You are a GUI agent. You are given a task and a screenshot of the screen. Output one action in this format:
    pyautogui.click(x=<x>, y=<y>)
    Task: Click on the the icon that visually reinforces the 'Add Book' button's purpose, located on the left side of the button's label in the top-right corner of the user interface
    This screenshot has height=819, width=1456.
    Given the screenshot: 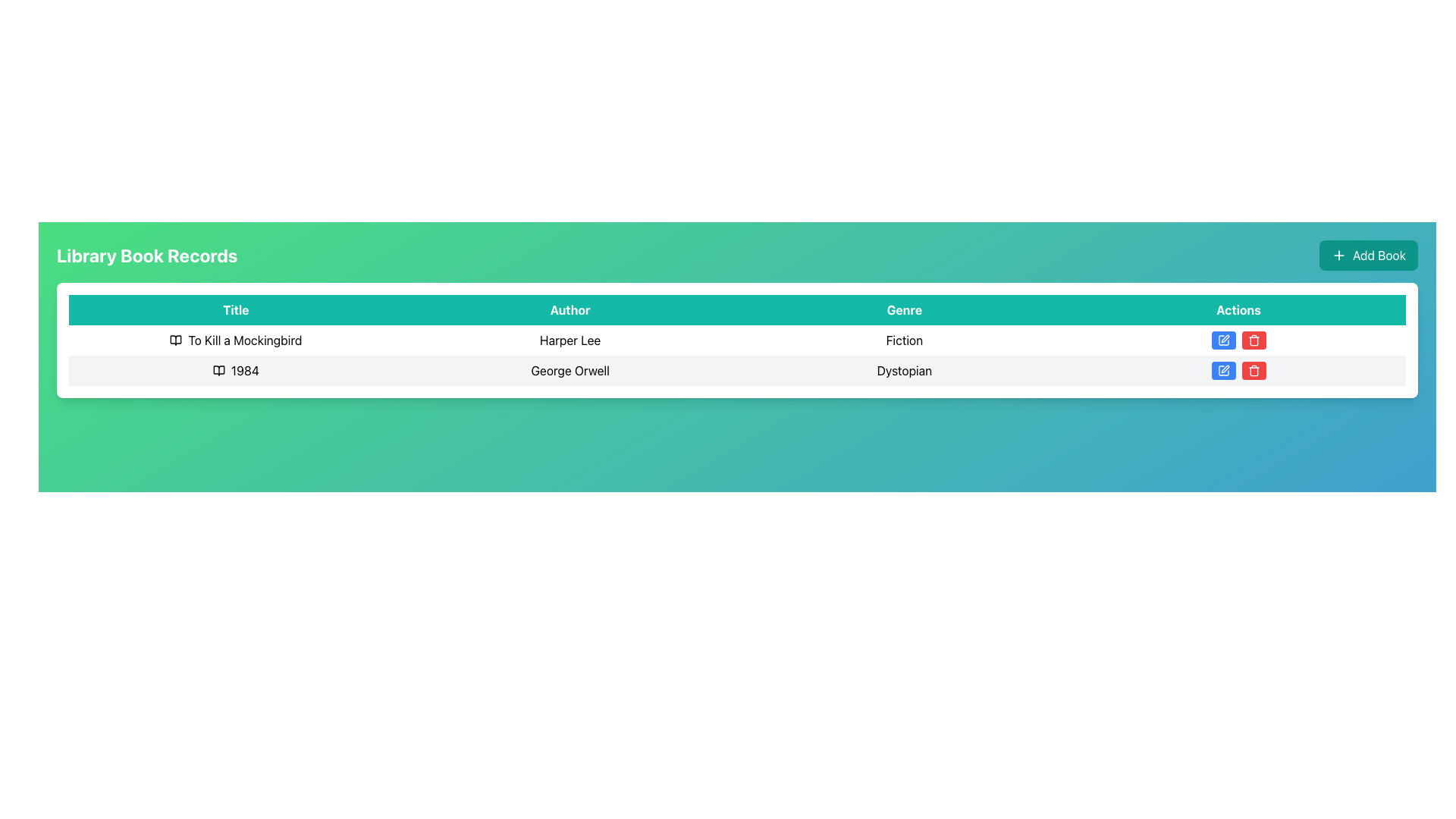 What is the action you would take?
    pyautogui.click(x=1339, y=254)
    